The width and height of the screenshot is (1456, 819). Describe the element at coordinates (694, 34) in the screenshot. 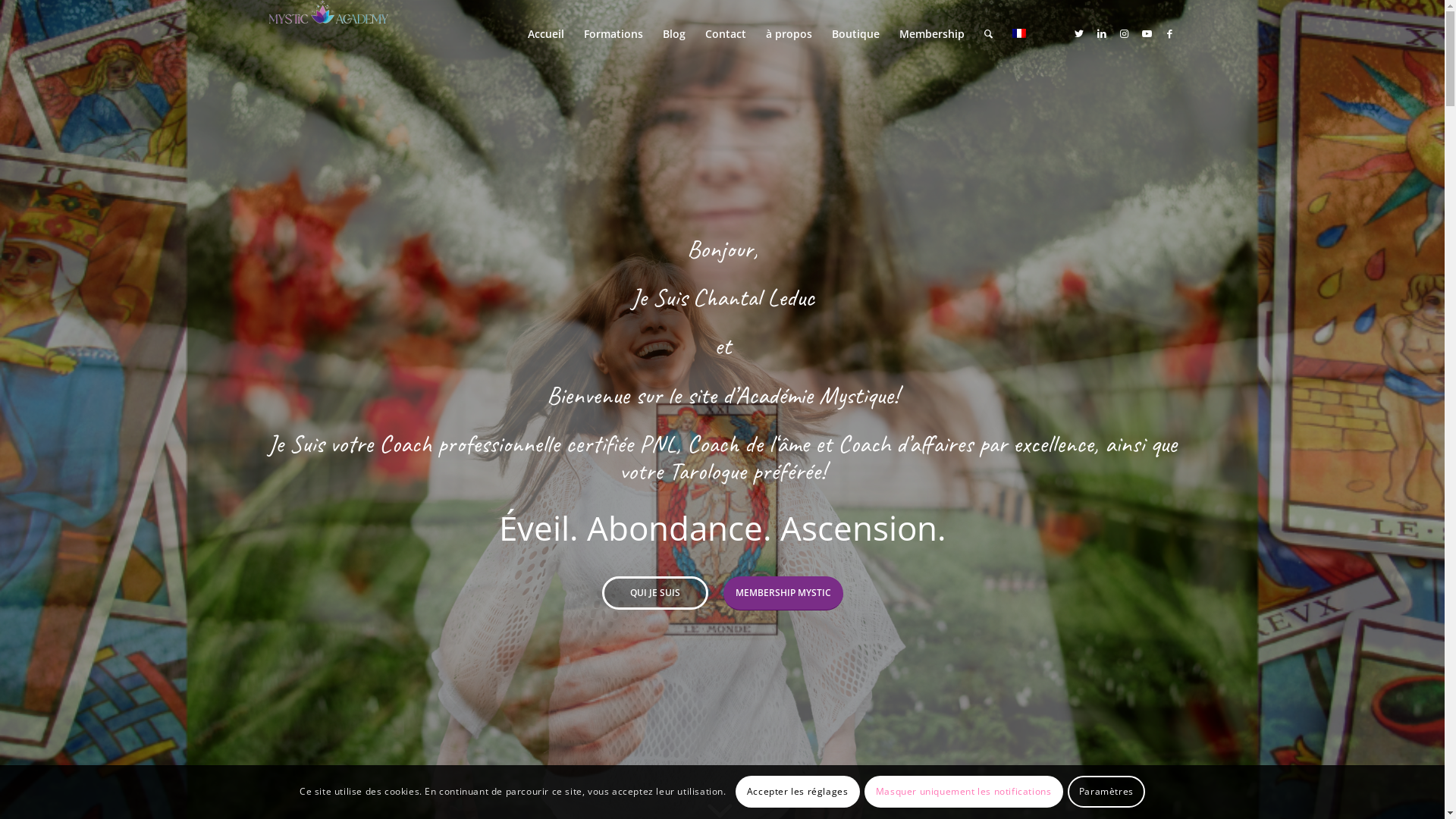

I see `'Contact'` at that location.